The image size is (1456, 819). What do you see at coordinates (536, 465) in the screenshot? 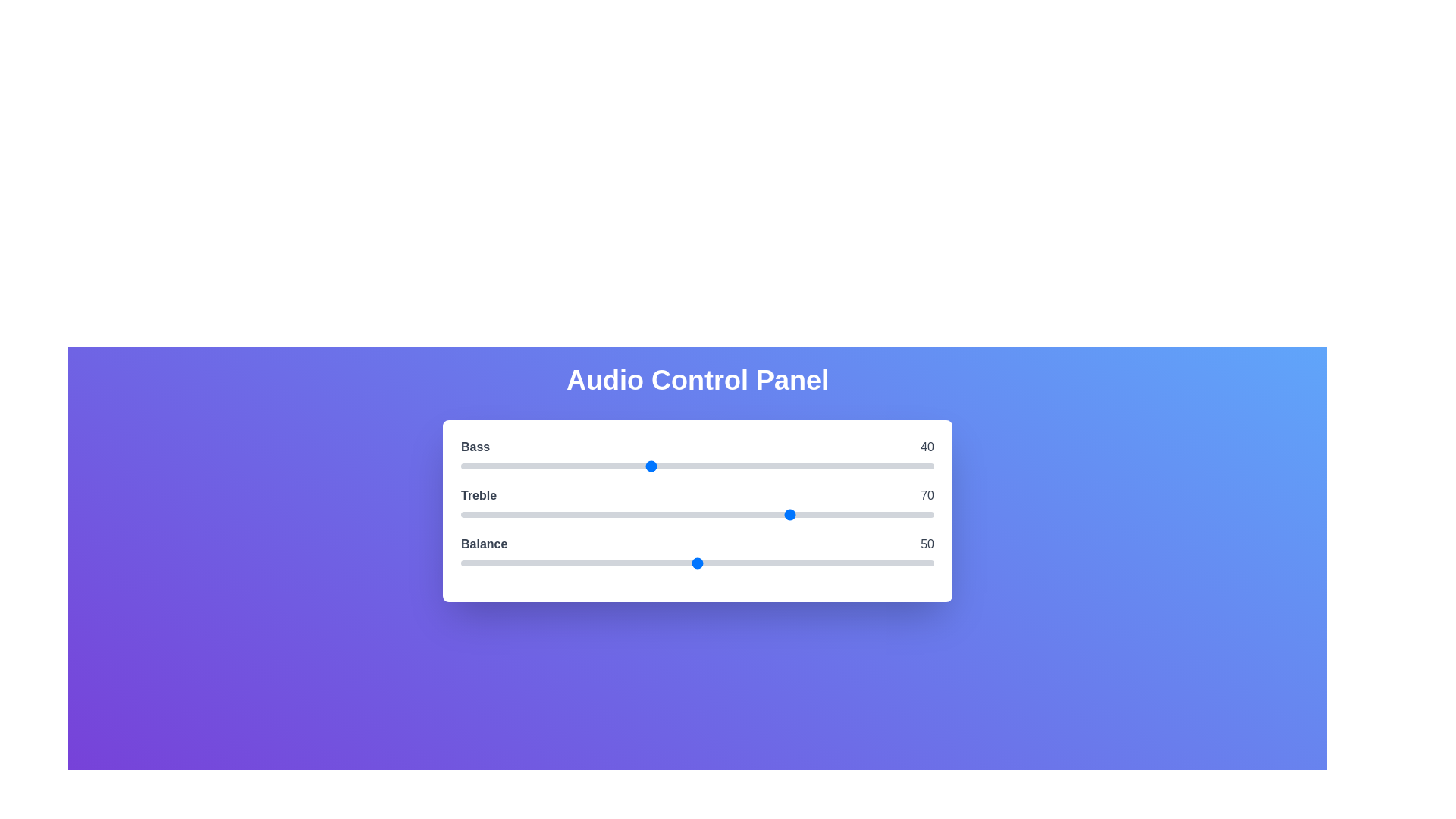
I see `the 0 slider to 16` at bounding box center [536, 465].